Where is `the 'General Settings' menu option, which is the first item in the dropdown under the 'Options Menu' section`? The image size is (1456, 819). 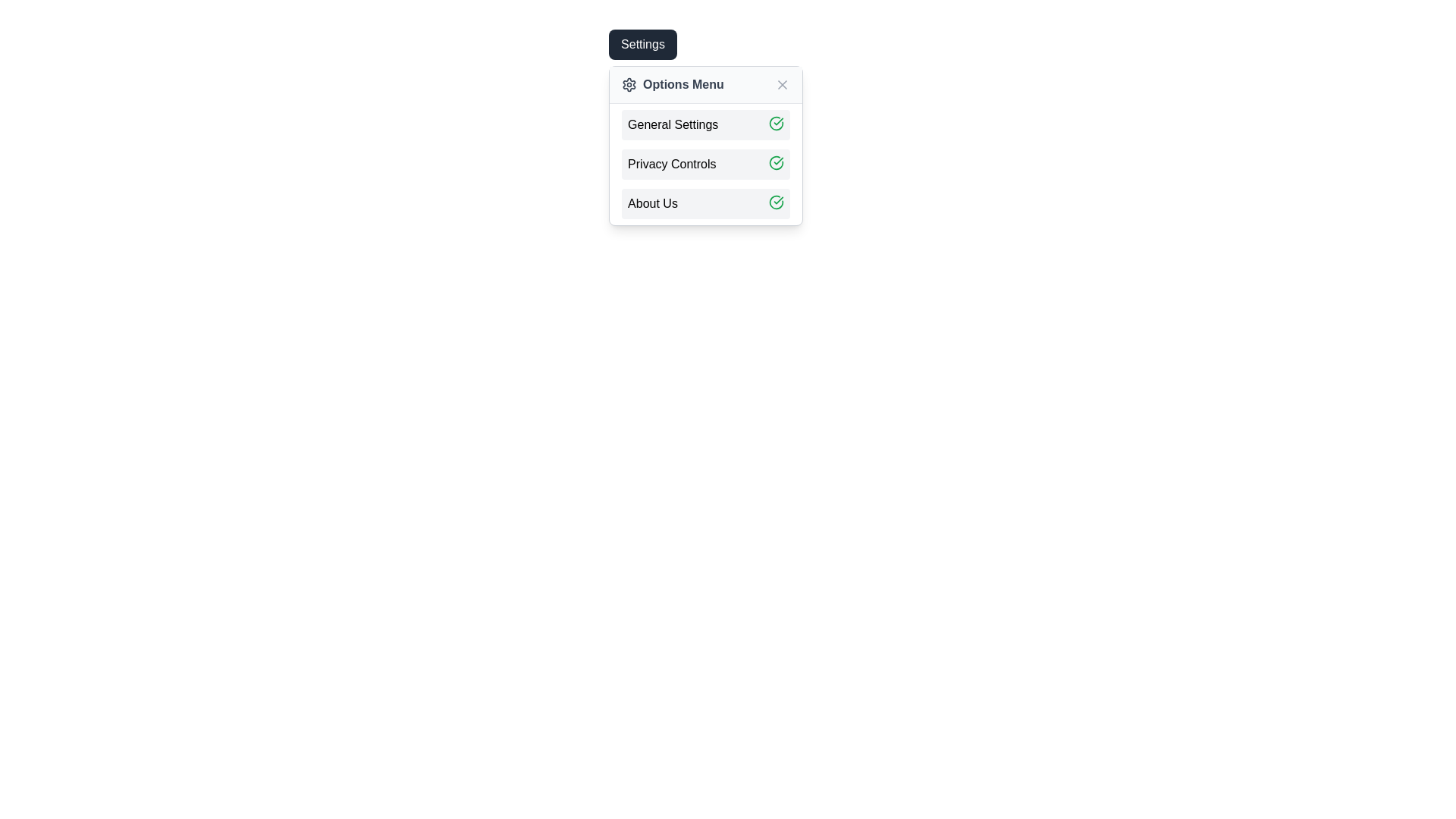
the 'General Settings' menu option, which is the first item in the dropdown under the 'Options Menu' section is located at coordinates (705, 124).